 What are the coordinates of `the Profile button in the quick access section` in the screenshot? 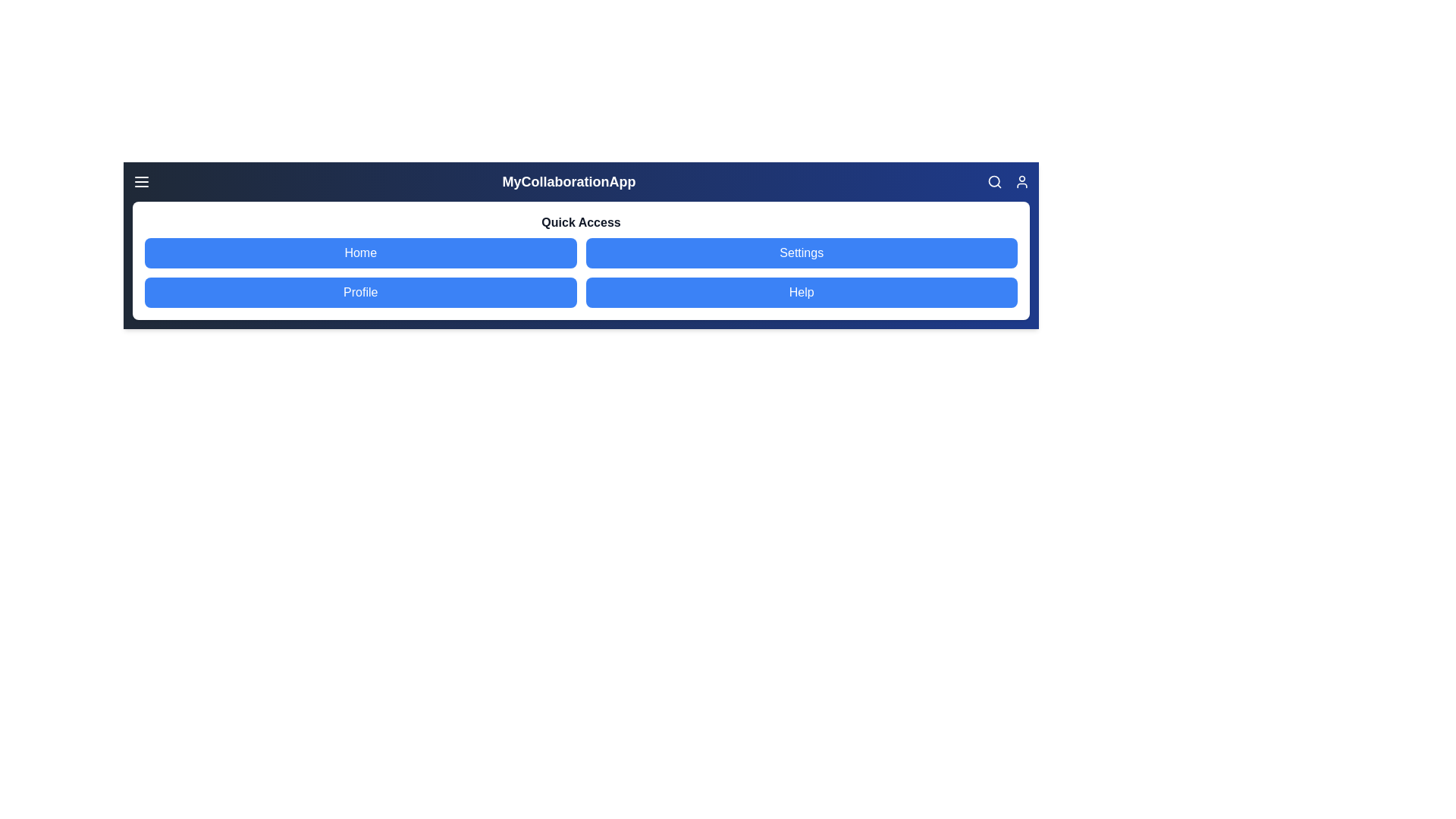 It's located at (359, 292).